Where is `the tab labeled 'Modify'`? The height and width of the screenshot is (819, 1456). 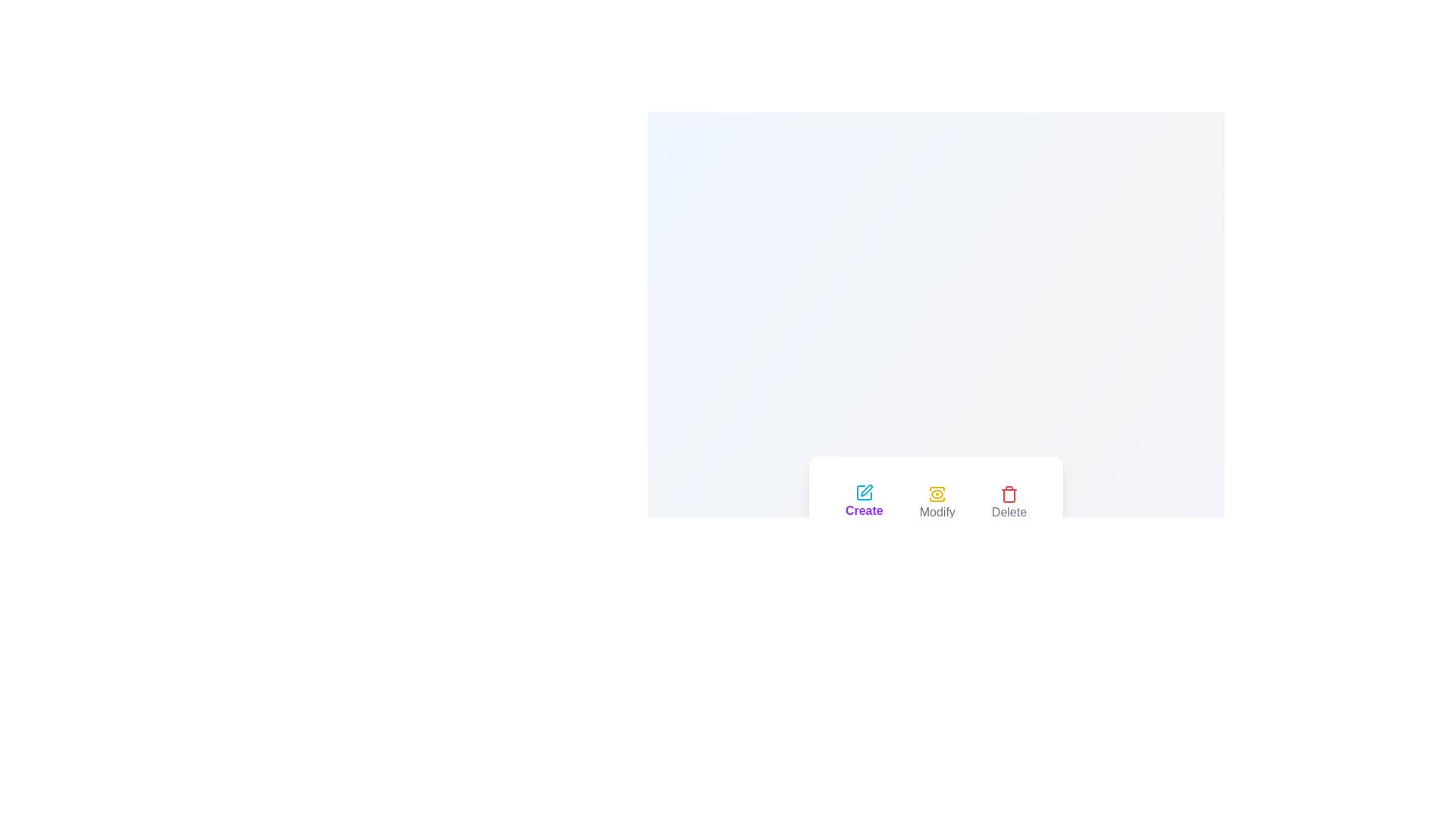
the tab labeled 'Modify' is located at coordinates (937, 503).